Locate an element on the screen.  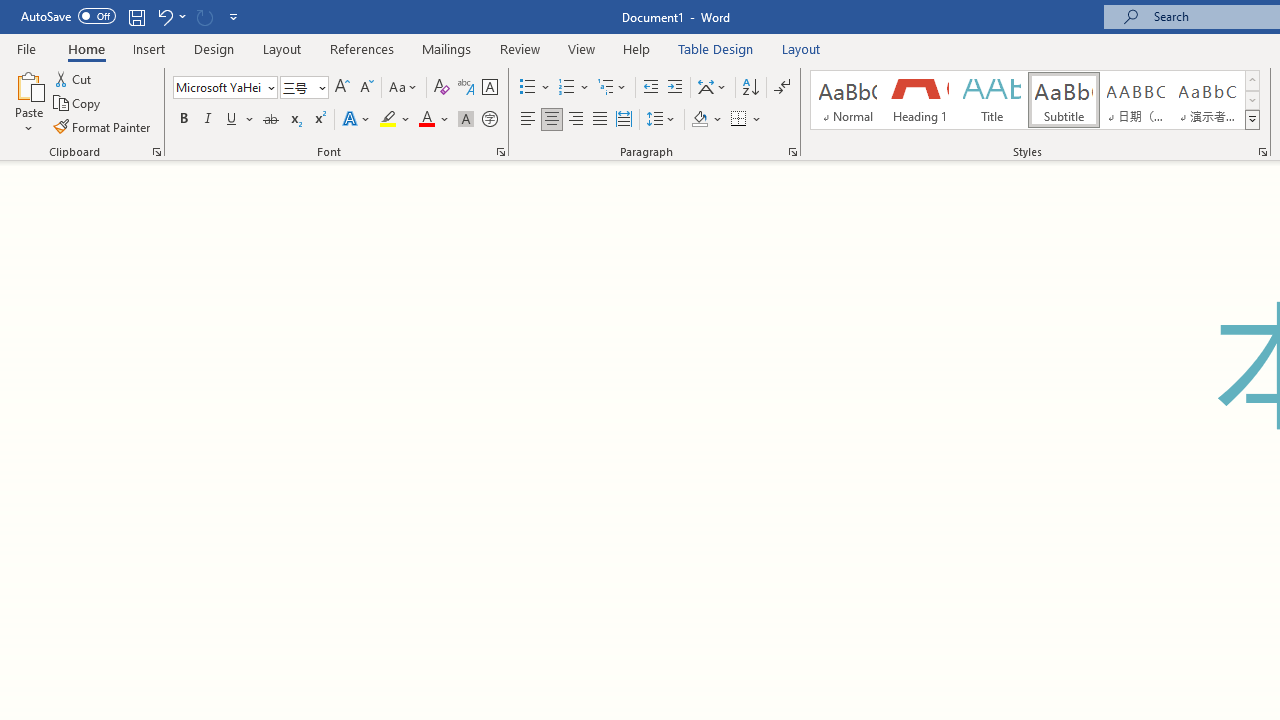
'Multilevel List' is located at coordinates (612, 86).